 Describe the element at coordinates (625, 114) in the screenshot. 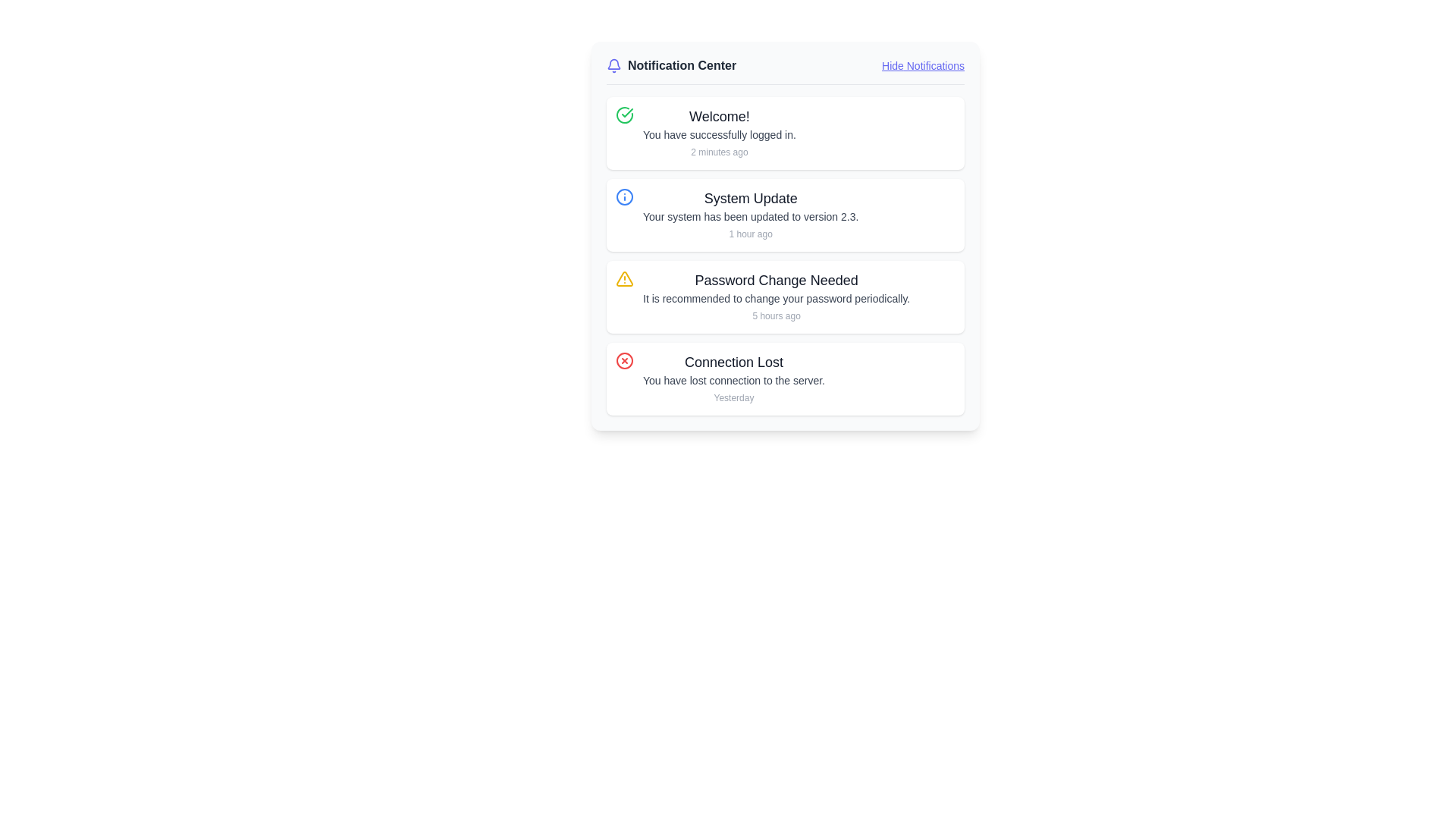

I see `outer circle of the success icon in the first notification card, which is adjacent to the text 'Welcome!', using the developer tools` at that location.